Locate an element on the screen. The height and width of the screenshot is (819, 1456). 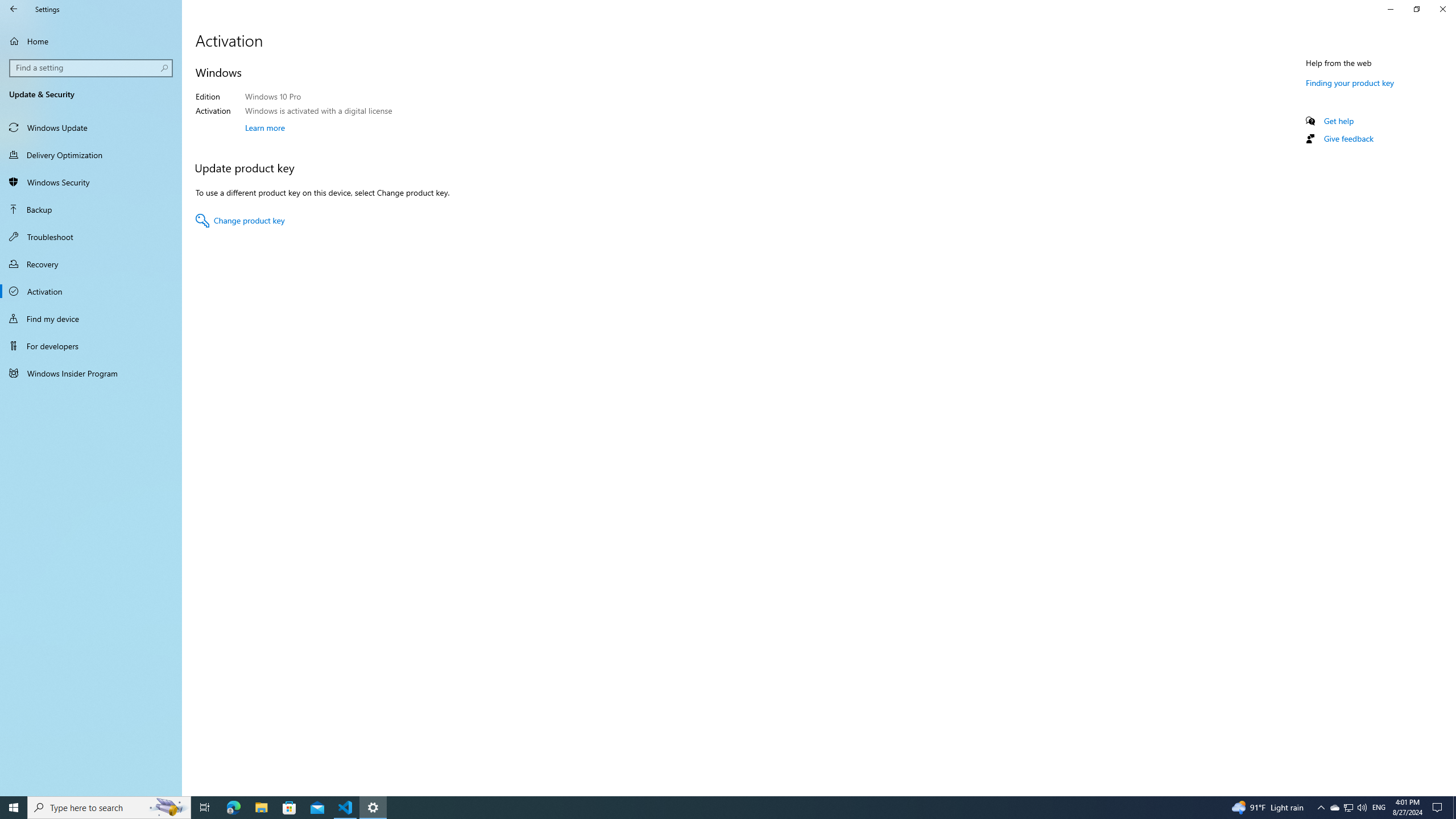
'Windows Insider Program' is located at coordinates (90, 372).